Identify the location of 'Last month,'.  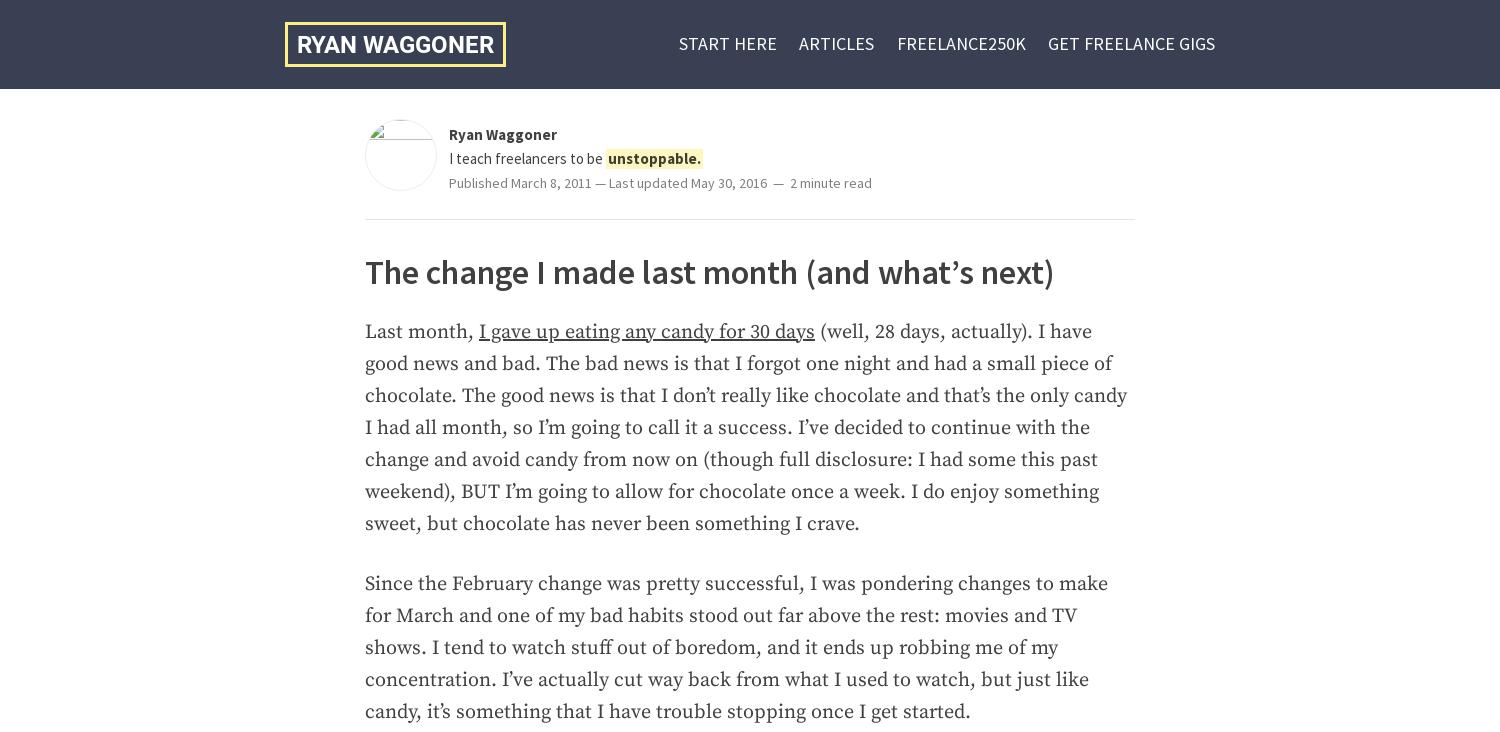
(421, 331).